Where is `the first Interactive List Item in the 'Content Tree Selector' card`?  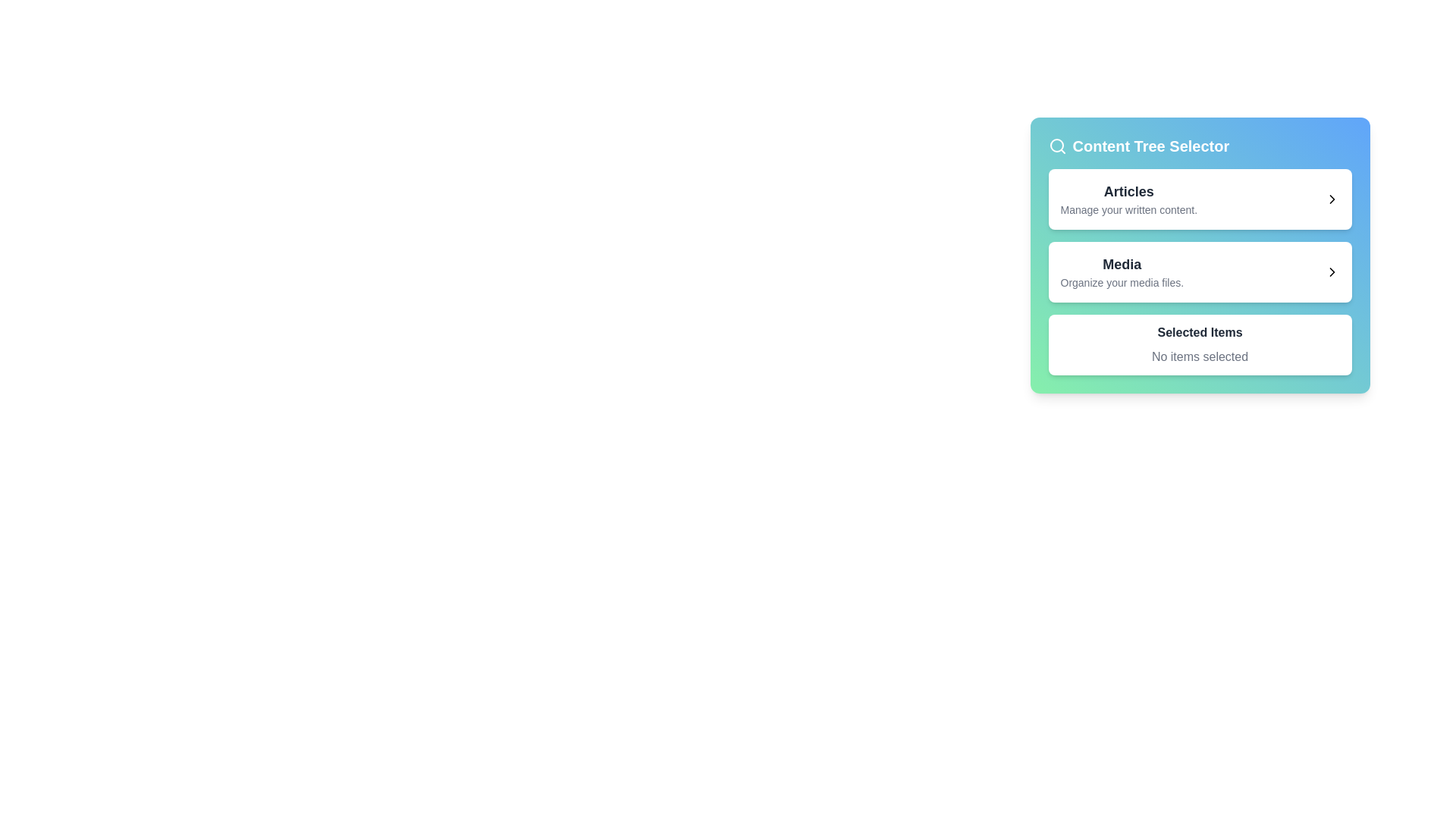
the first Interactive List Item in the 'Content Tree Selector' card is located at coordinates (1199, 198).